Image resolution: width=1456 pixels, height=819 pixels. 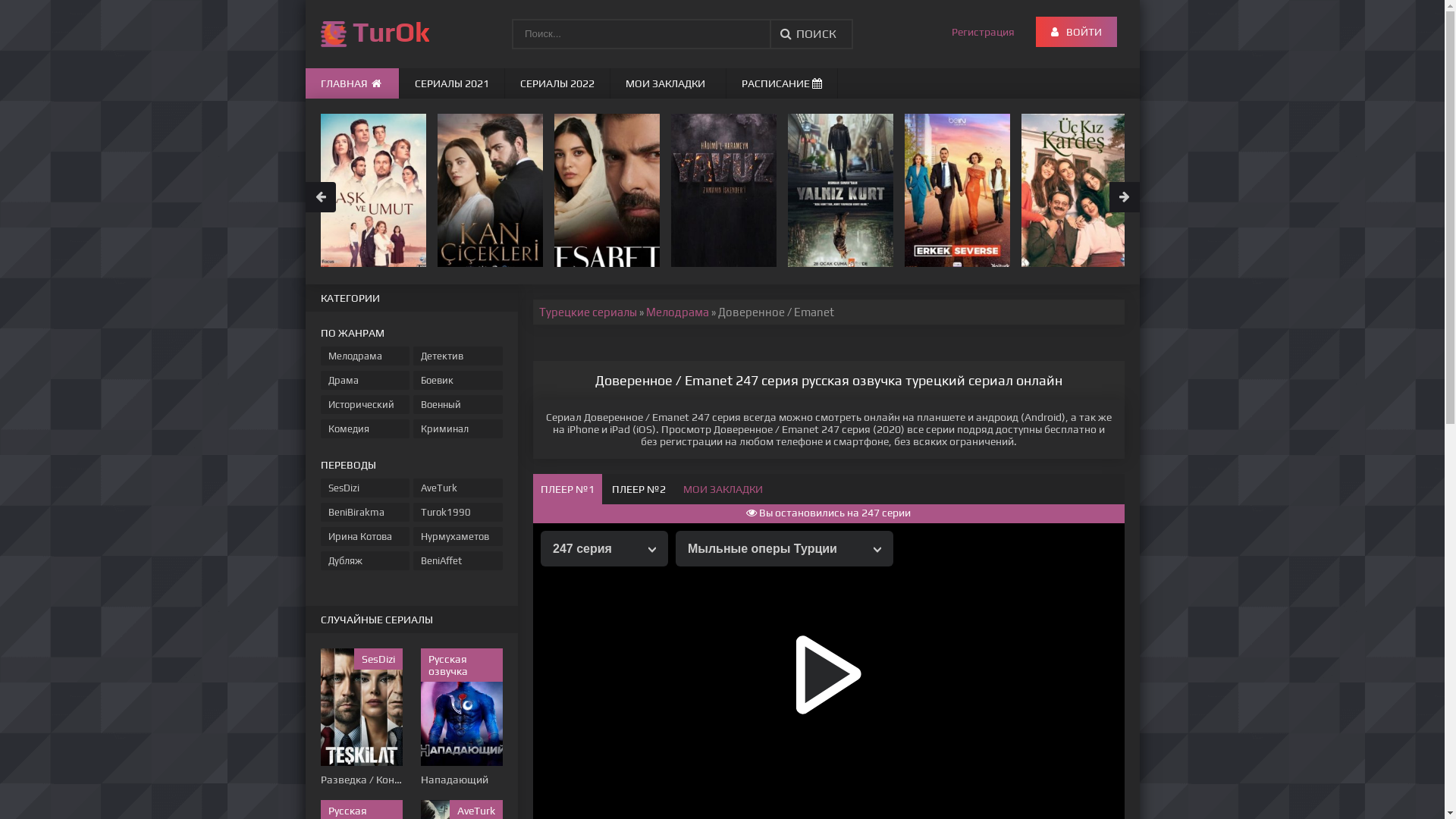 What do you see at coordinates (319, 488) in the screenshot?
I see `'SesDizi'` at bounding box center [319, 488].